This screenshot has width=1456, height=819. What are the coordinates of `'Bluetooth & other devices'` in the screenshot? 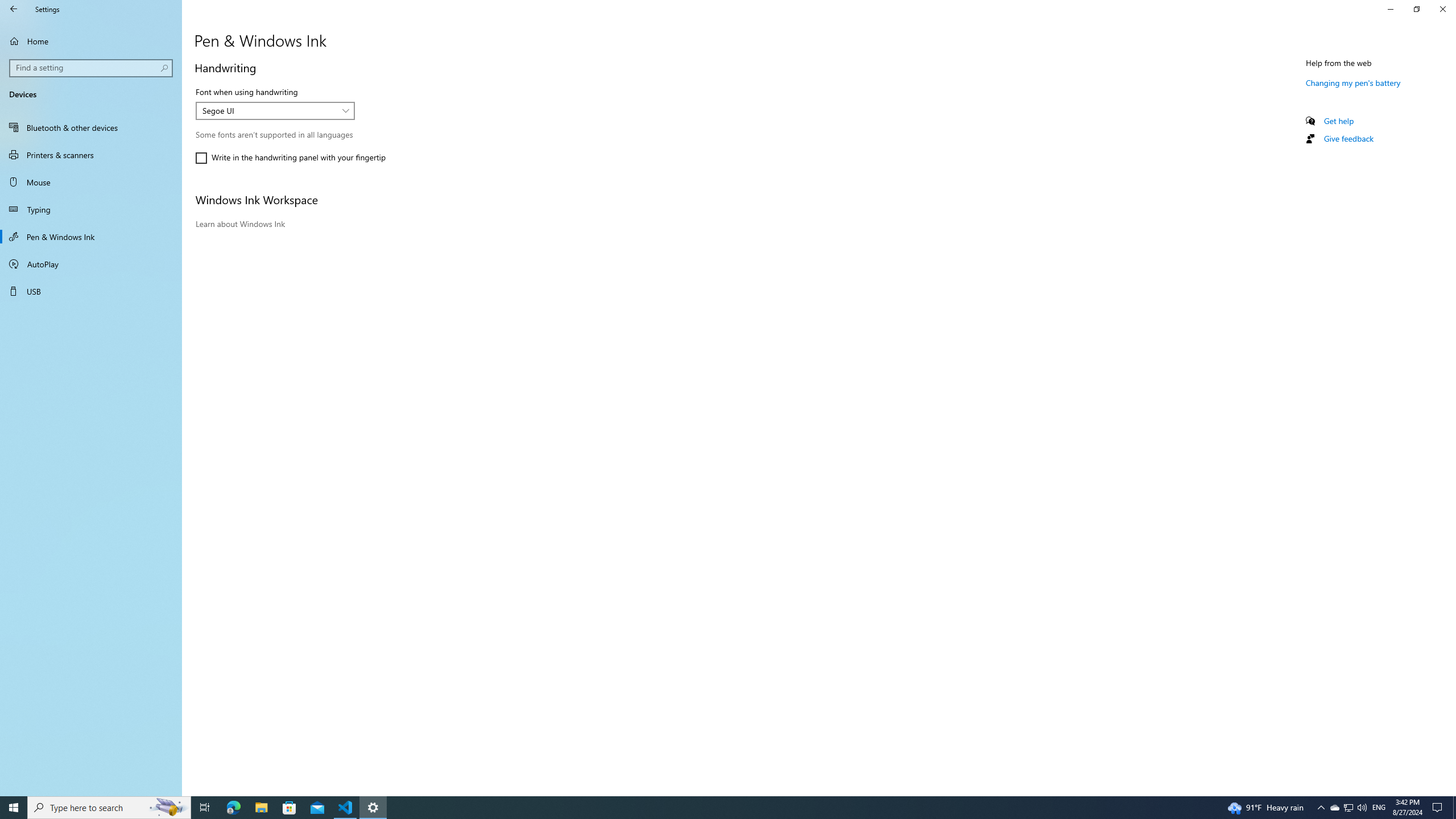 It's located at (90, 126).